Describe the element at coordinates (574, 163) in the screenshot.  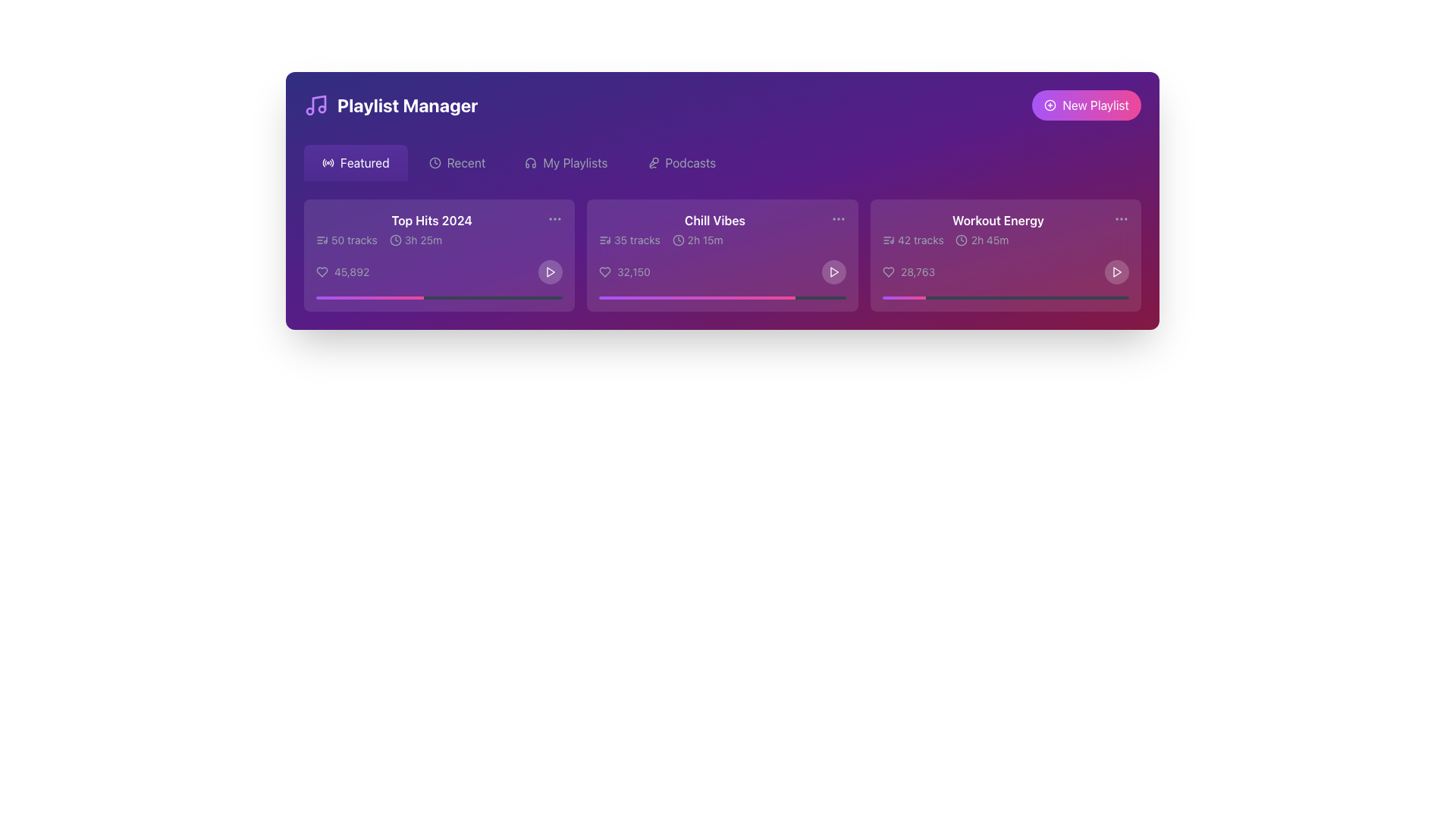
I see `the text label in the navigation menu that serves as a link to manage or view personal playlists, positioned third from the left` at that location.